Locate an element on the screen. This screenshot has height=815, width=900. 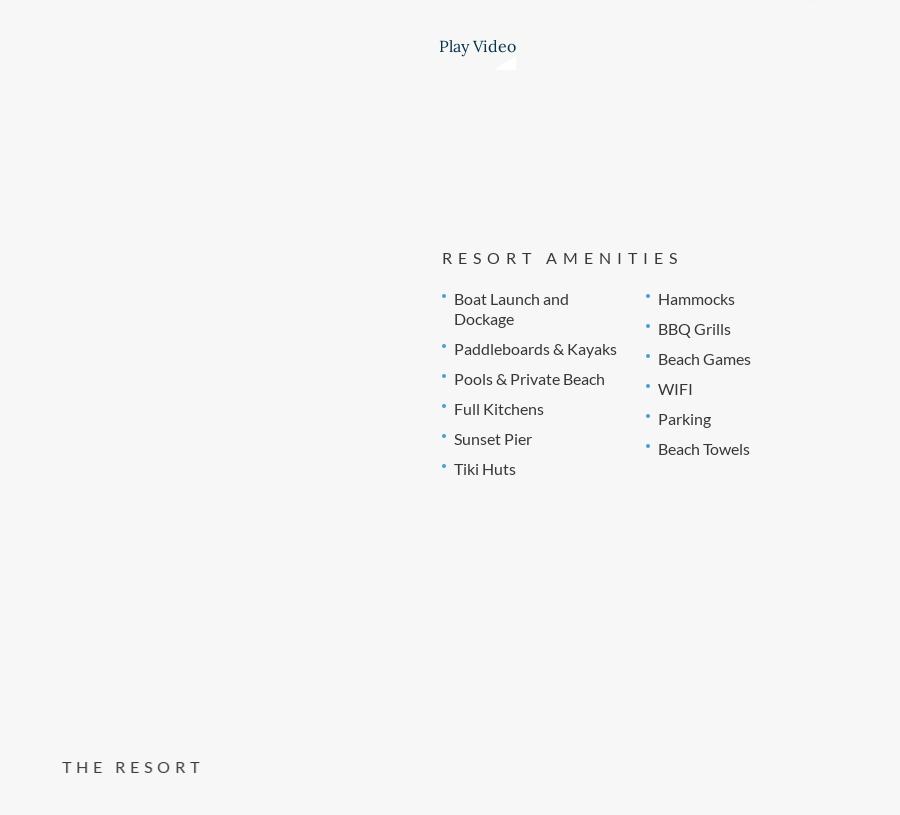
'Paddleboards & Kayaks' is located at coordinates (451, 346).